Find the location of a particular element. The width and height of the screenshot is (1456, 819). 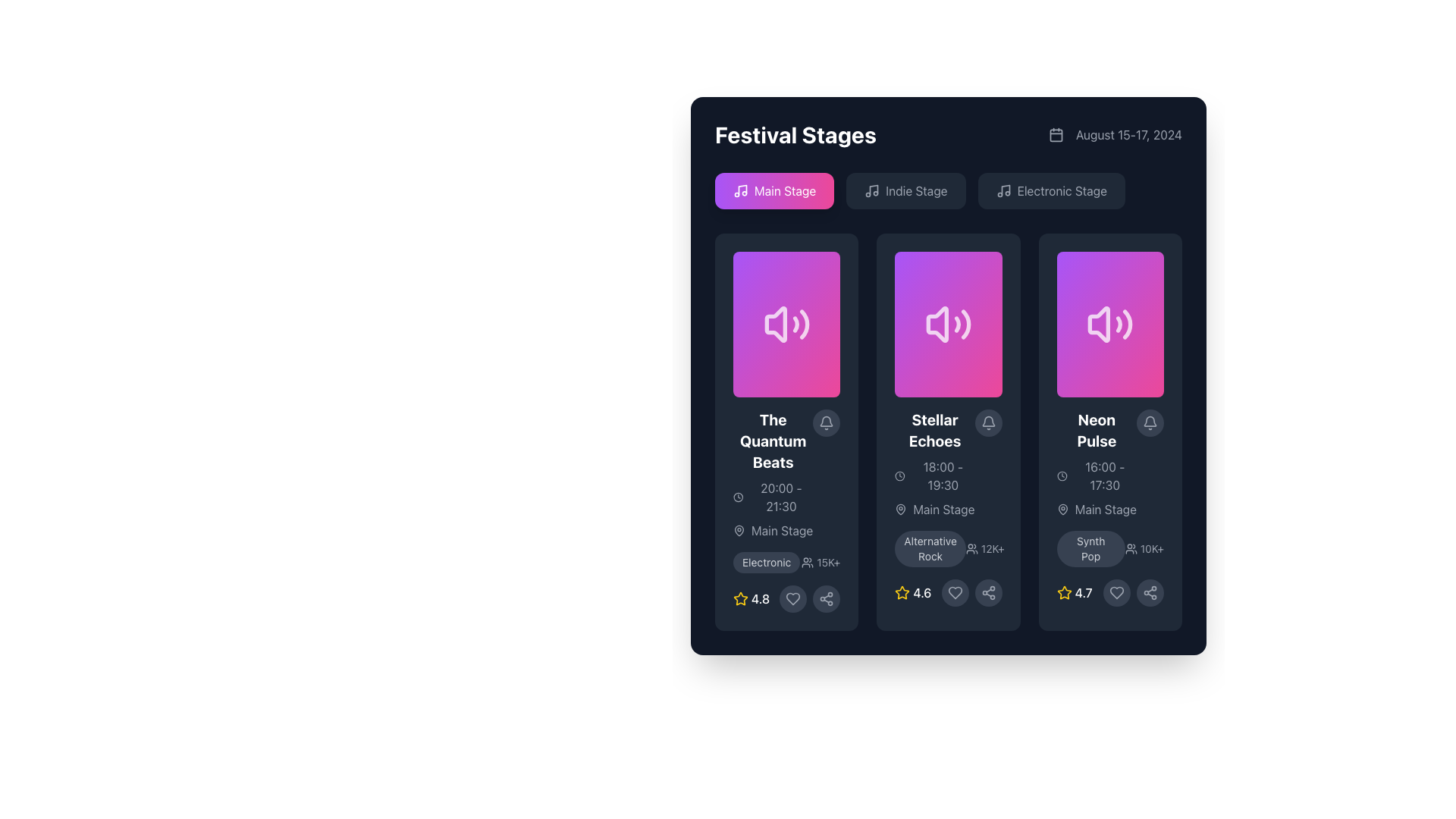

the favorite or like icon button located in the bottom-right corner of the 'Neon Pulse' card is located at coordinates (1117, 592).